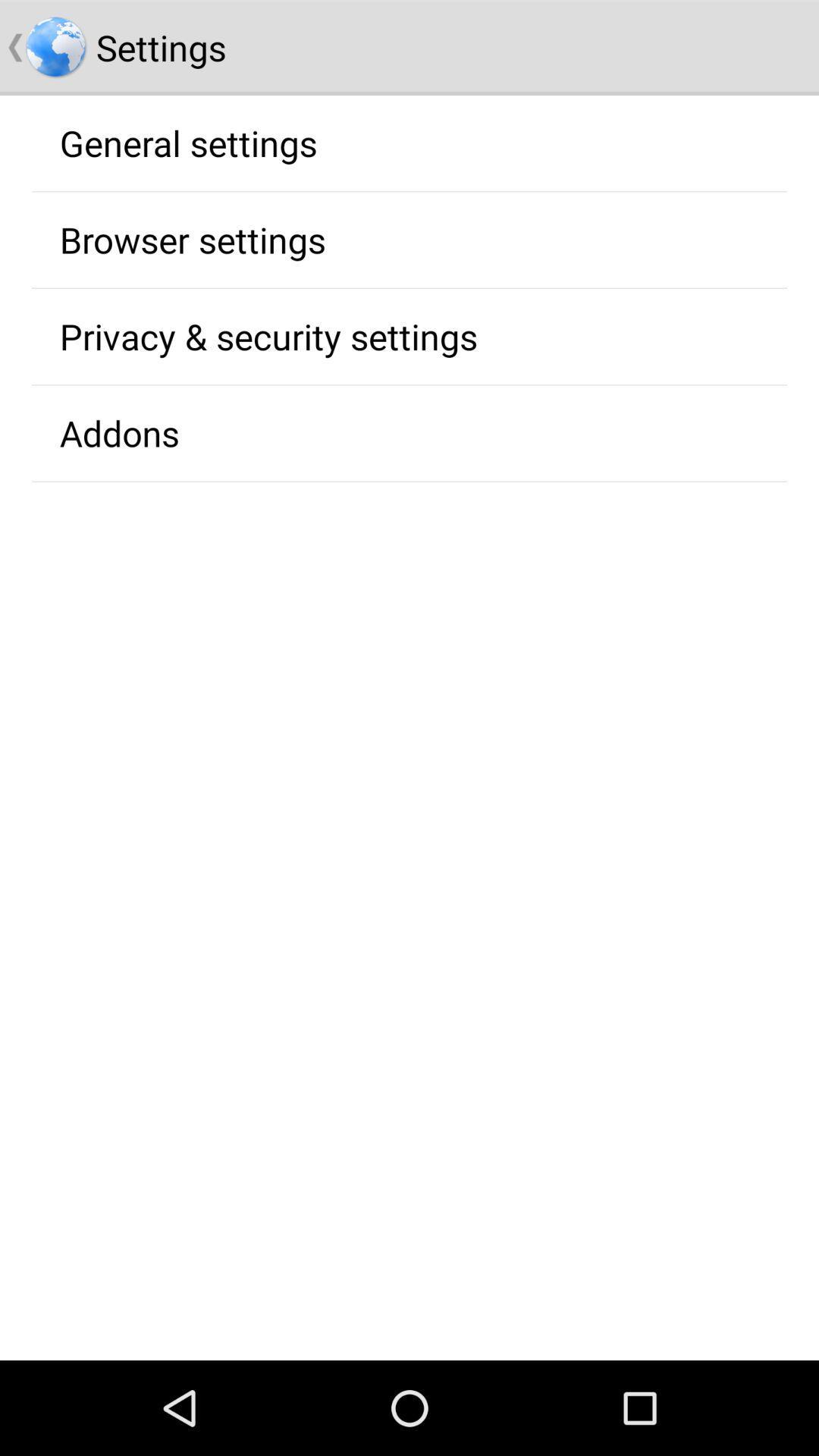 This screenshot has width=819, height=1456. I want to click on app above the browser settings app, so click(187, 143).